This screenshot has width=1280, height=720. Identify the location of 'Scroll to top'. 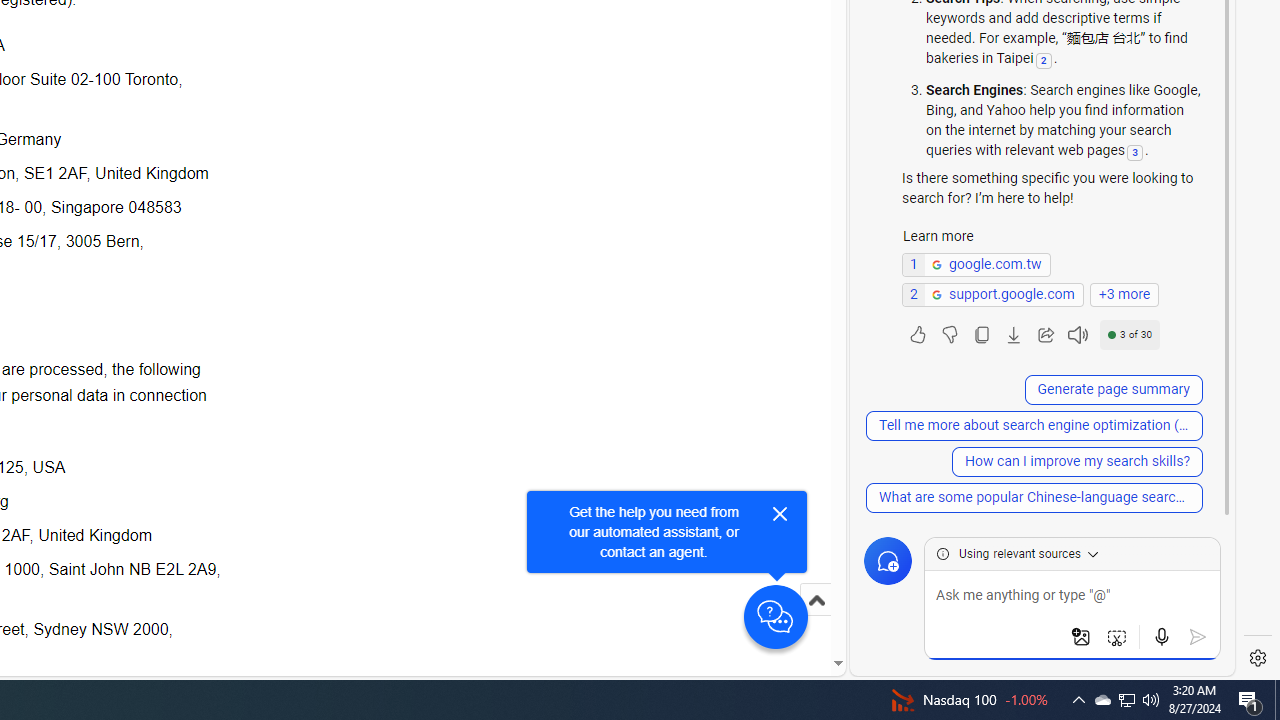
(816, 620).